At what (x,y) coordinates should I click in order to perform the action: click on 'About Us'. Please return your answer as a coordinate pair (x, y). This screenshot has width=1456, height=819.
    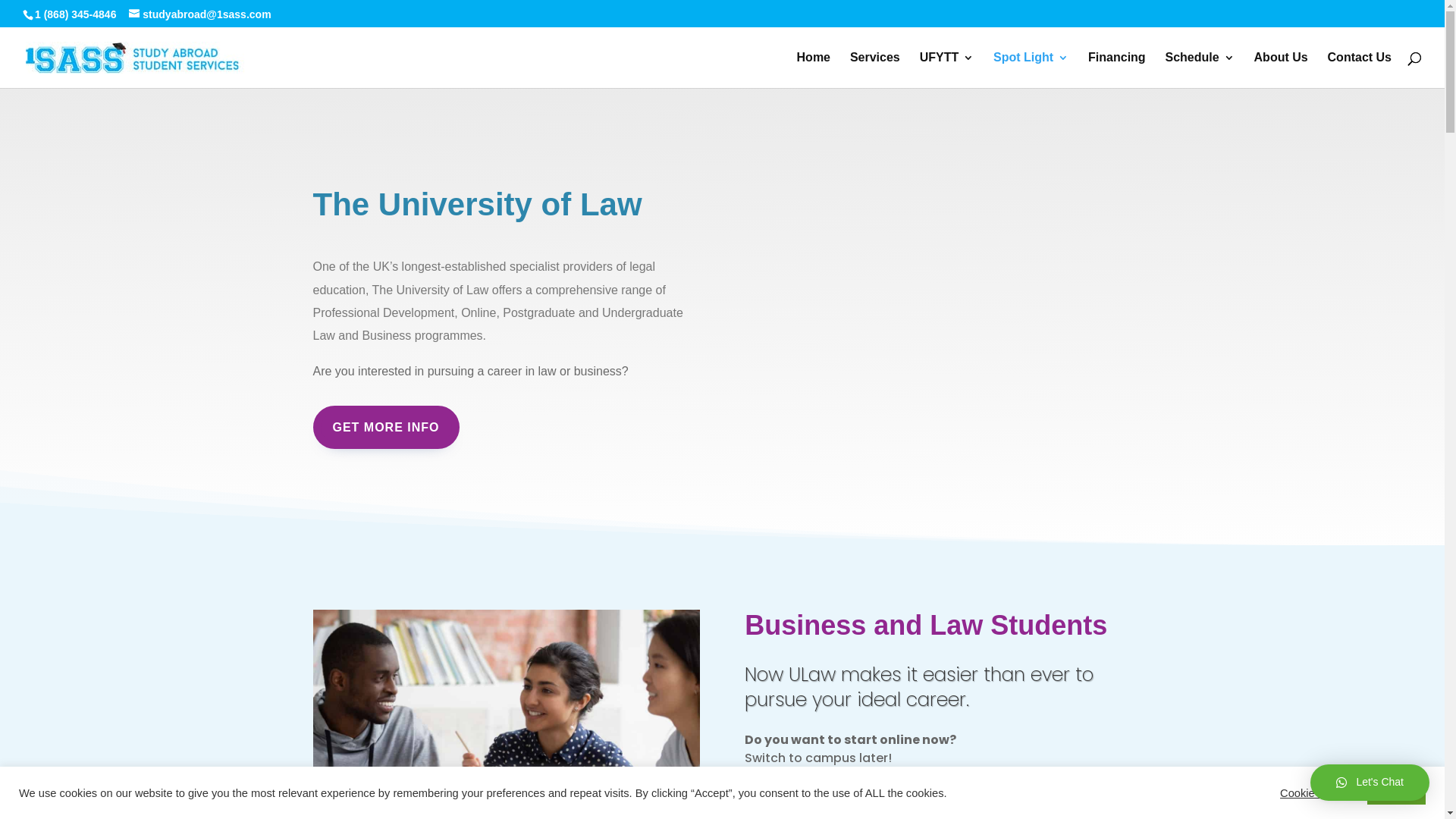
    Looking at the image, I should click on (1280, 70).